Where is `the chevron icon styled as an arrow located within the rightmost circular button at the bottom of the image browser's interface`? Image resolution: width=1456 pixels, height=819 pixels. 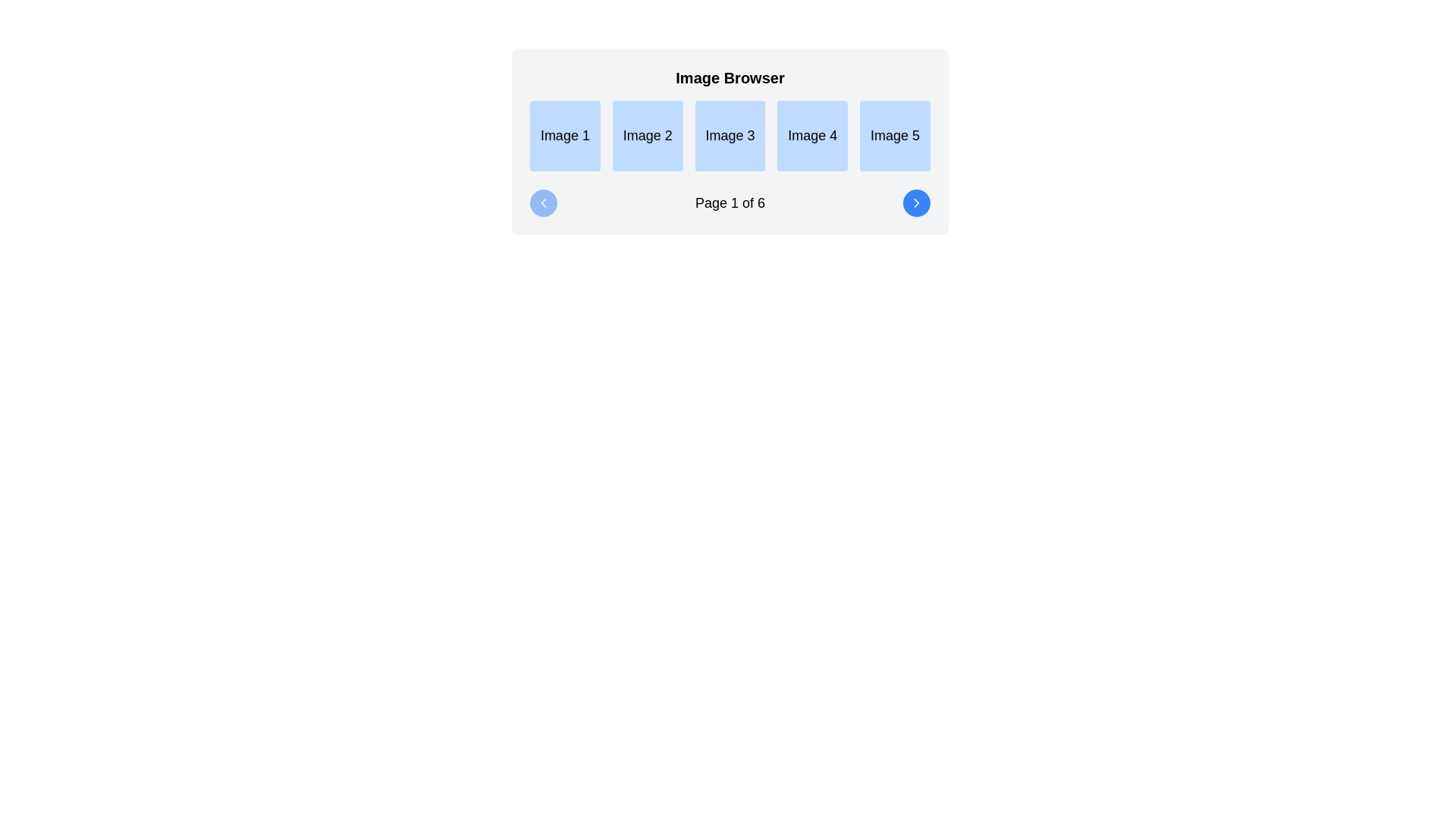
the chevron icon styled as an arrow located within the rightmost circular button at the bottom of the image browser's interface is located at coordinates (916, 201).